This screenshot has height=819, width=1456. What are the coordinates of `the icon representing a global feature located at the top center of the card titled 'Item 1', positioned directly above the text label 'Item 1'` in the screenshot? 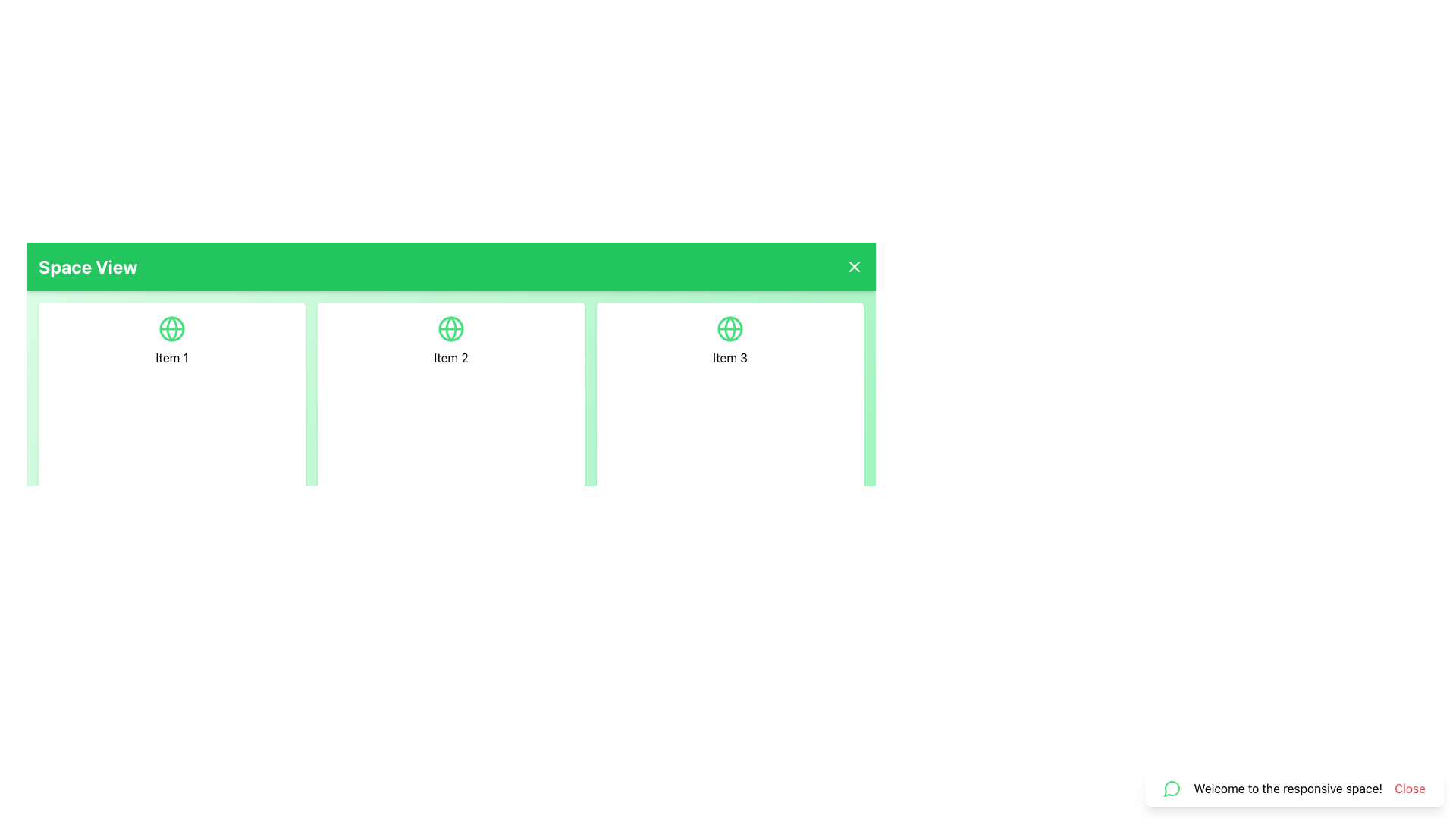 It's located at (171, 328).